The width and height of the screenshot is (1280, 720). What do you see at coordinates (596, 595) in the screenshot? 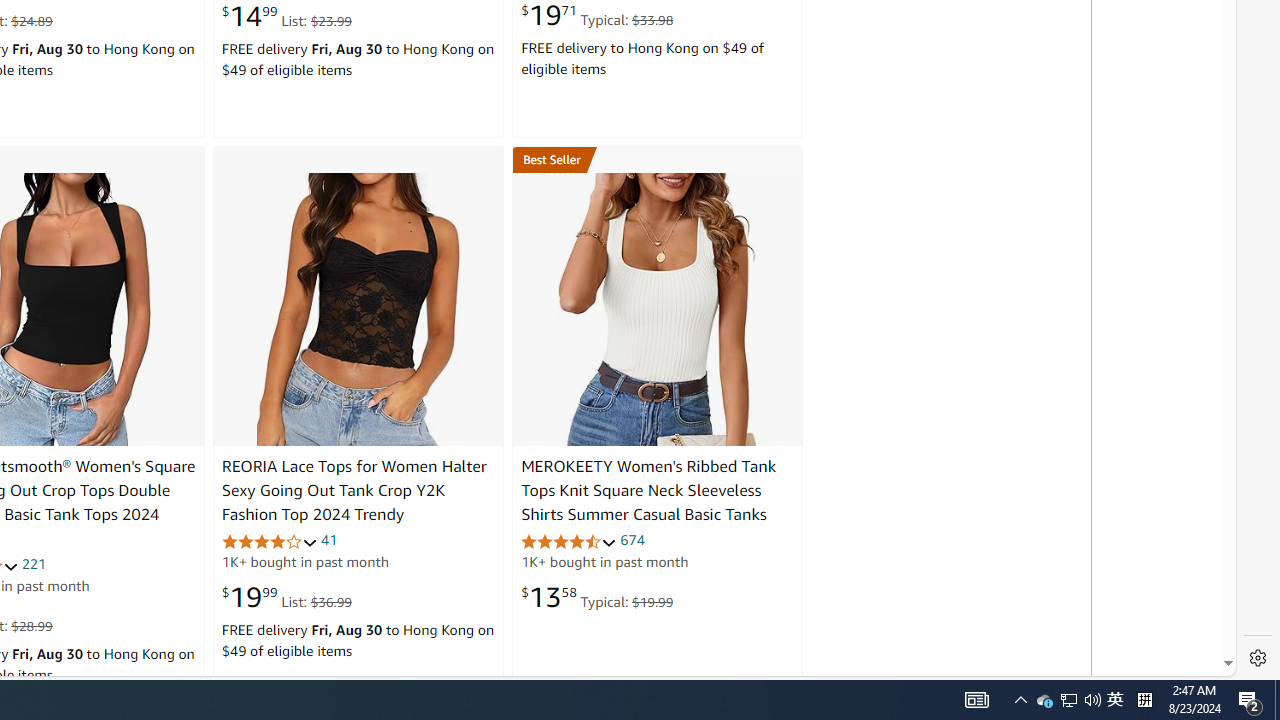
I see `'$13.58 Typical: $19.99'` at bounding box center [596, 595].